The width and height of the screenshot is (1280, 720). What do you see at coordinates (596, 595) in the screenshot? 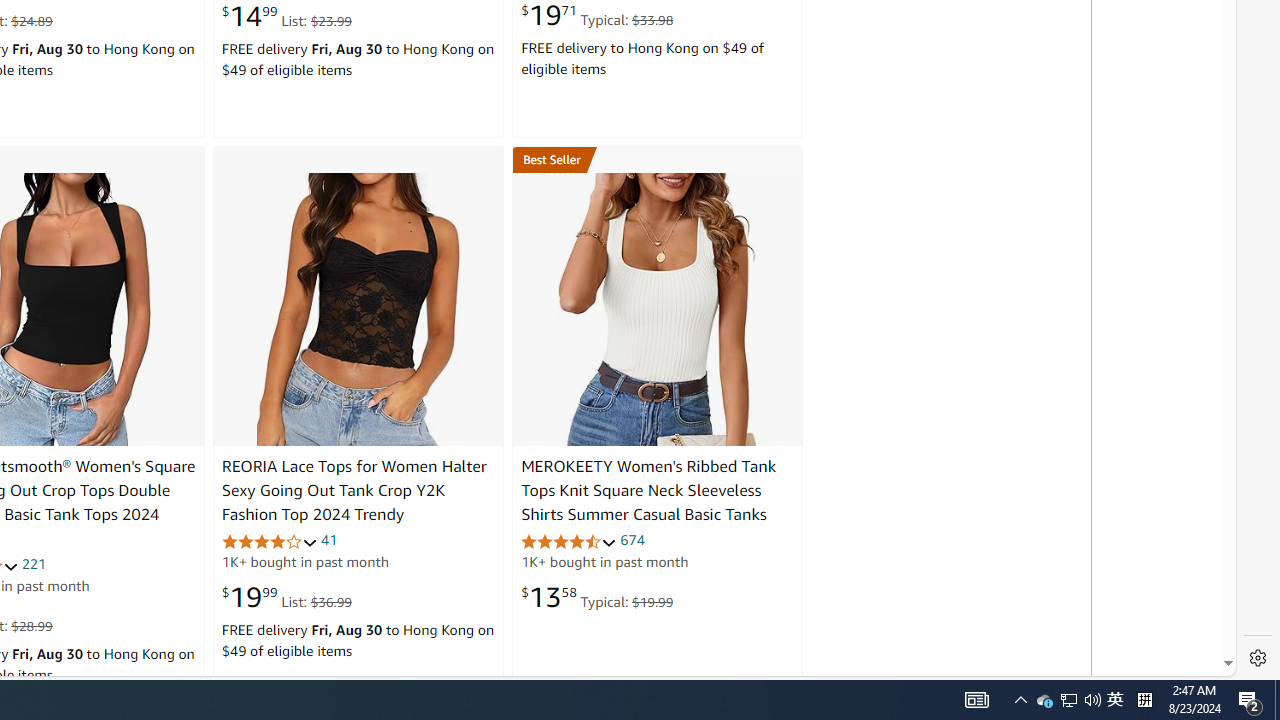
I see `'$13.58 Typical: $19.99'` at bounding box center [596, 595].